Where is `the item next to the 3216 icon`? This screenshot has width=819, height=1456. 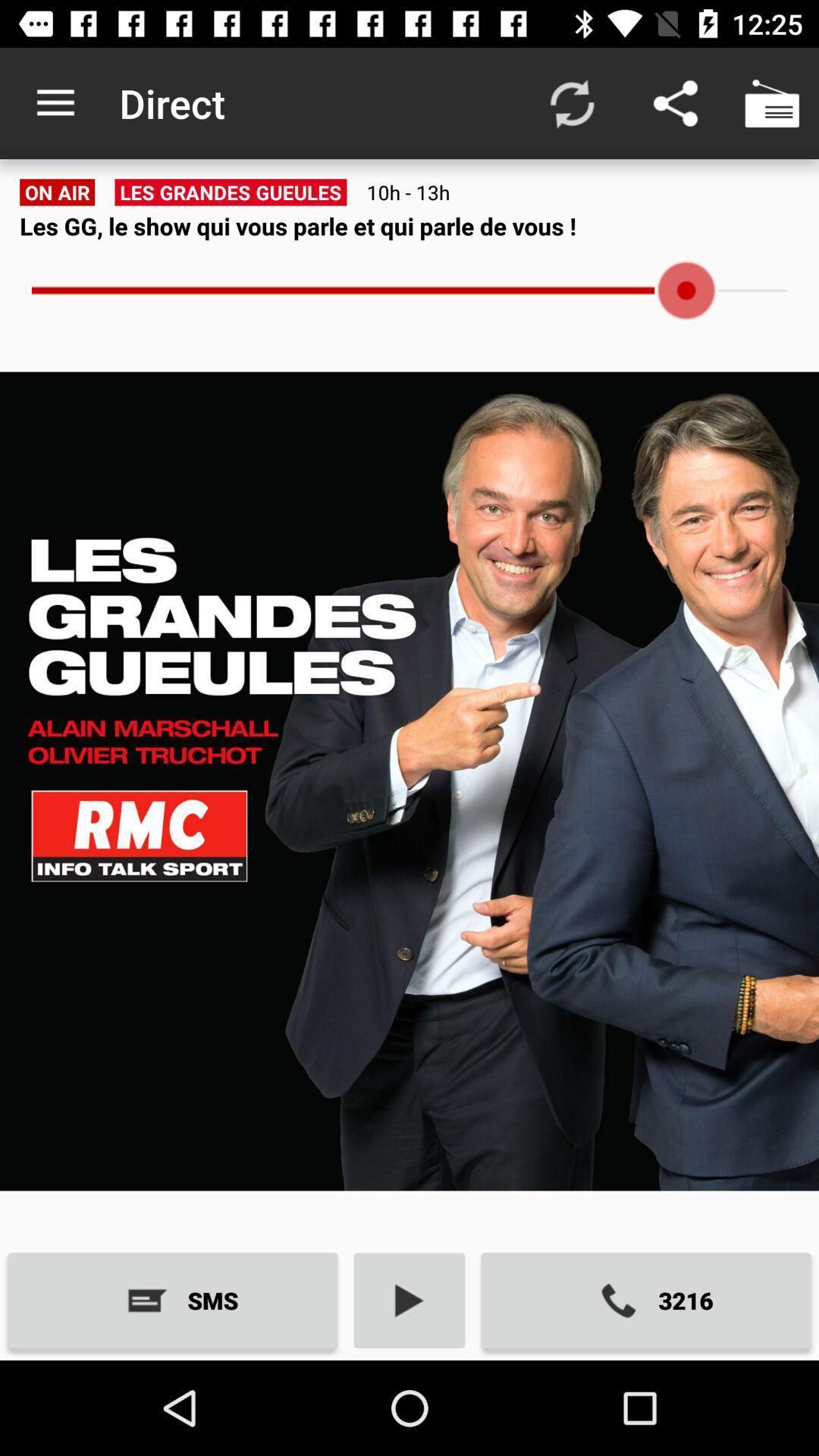 the item next to the 3216 icon is located at coordinates (409, 1300).